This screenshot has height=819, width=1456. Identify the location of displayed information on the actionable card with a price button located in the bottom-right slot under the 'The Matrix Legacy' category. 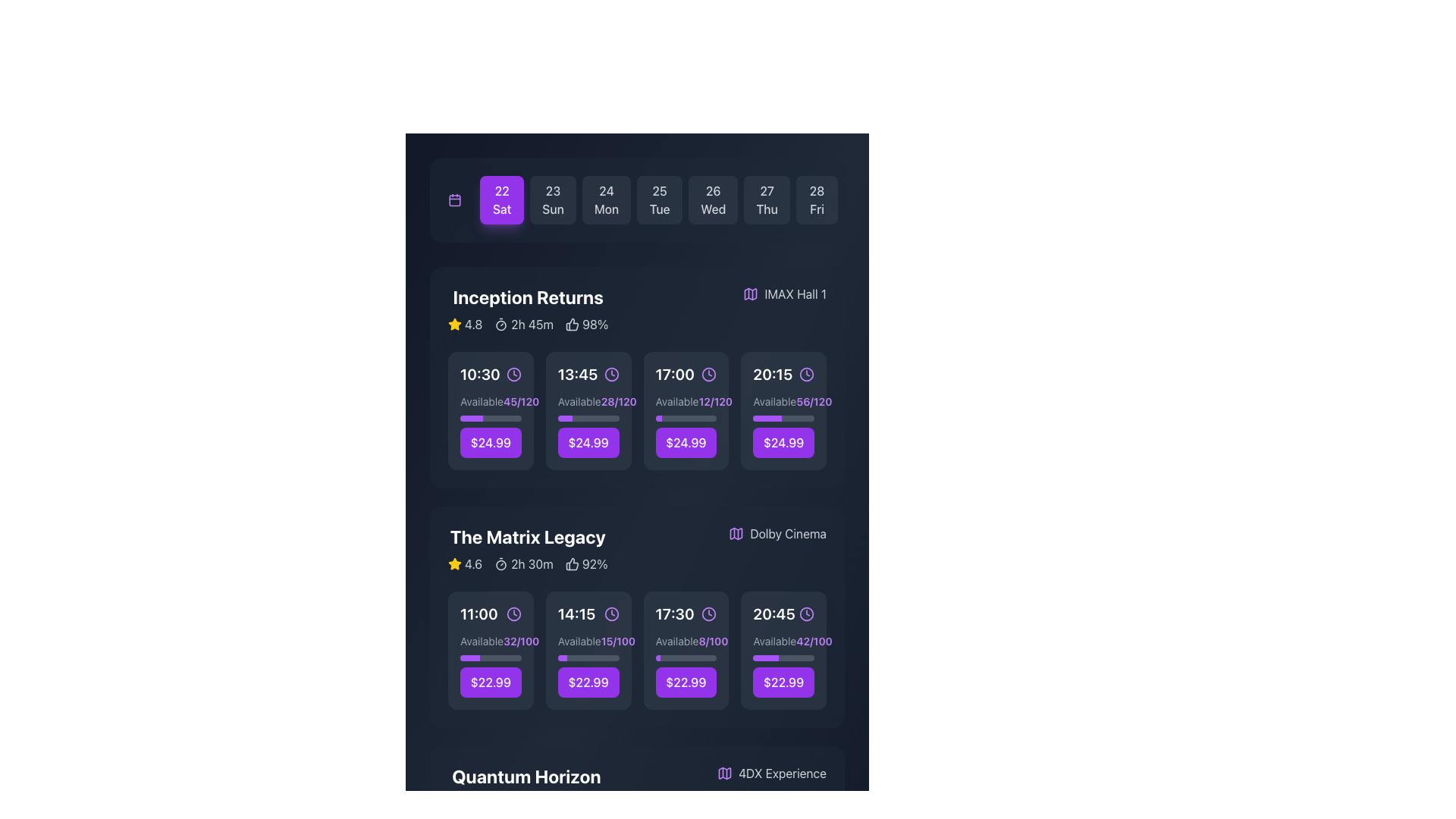
(783, 665).